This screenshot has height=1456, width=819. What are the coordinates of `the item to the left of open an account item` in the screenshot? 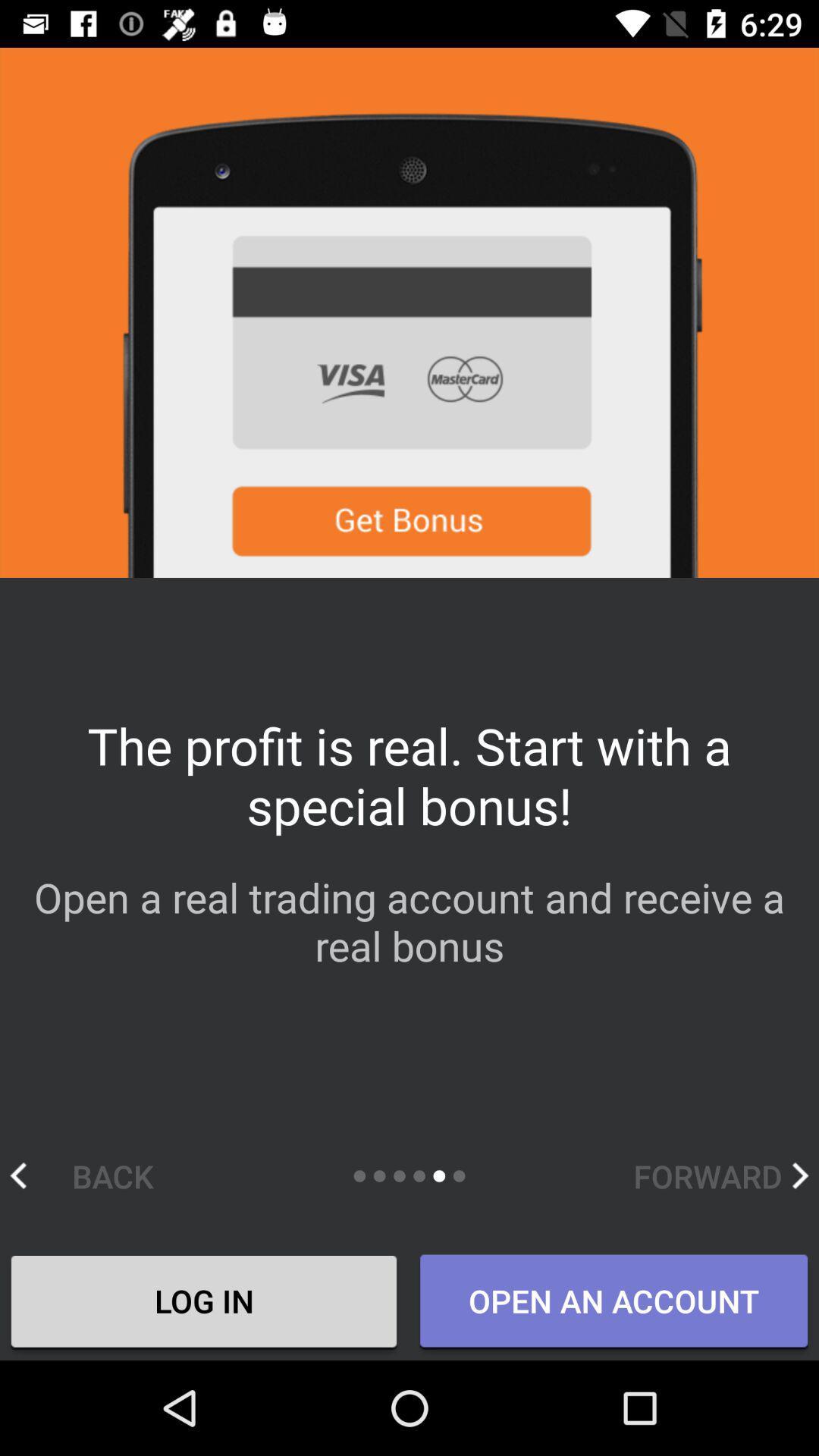 It's located at (203, 1302).